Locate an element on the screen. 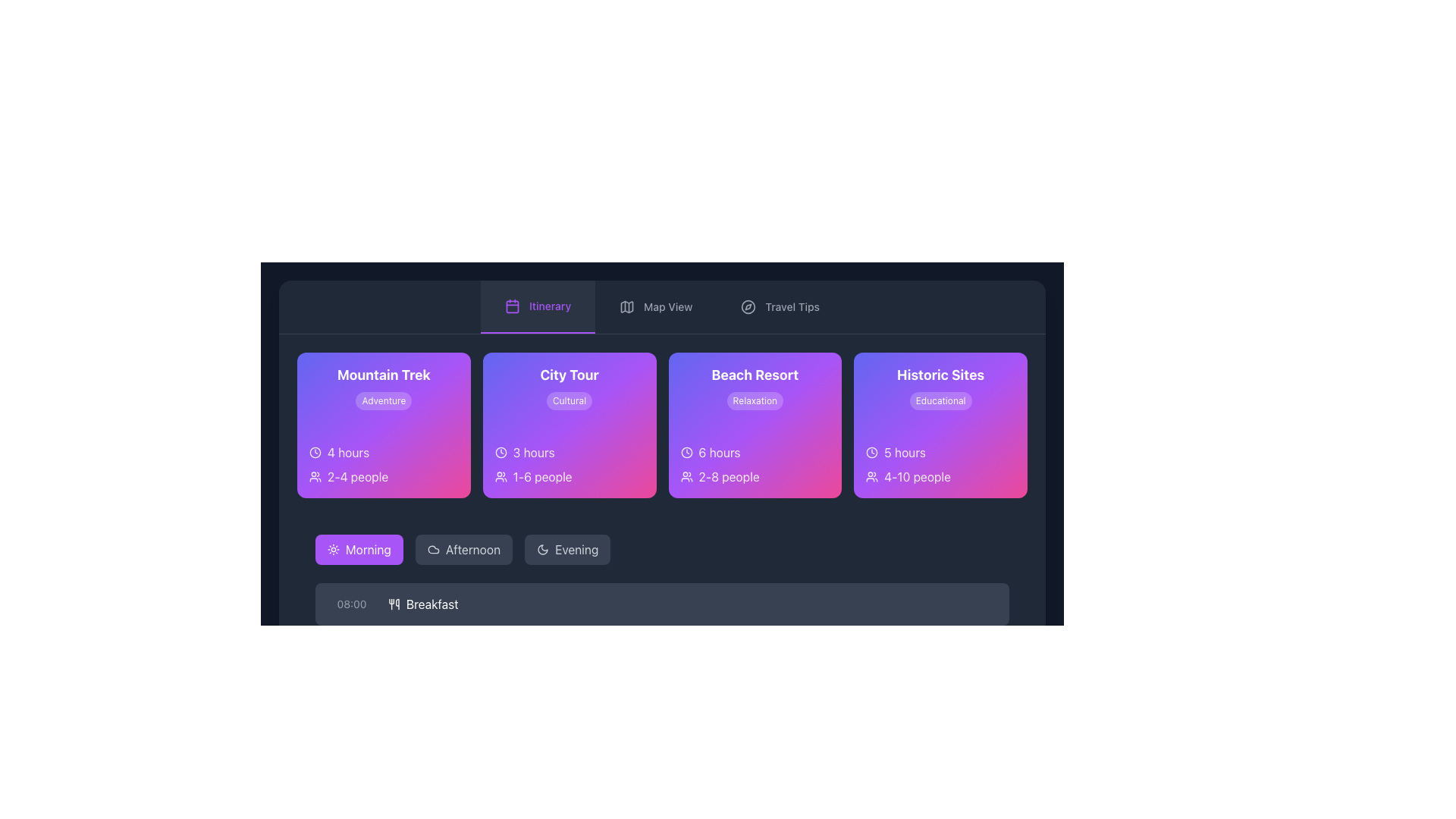 This screenshot has height=819, width=1456. the 'Mountain Trek' card with a gradient background from its current position is located at coordinates (384, 425).